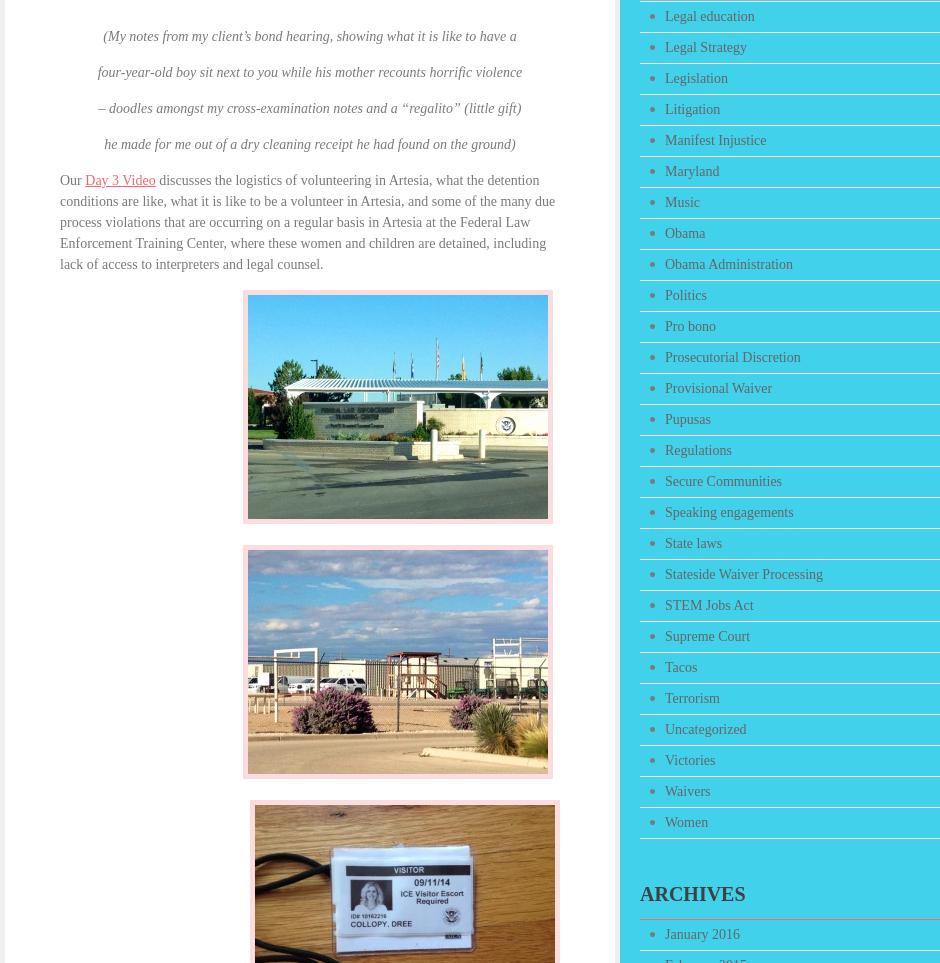  Describe the element at coordinates (306, 222) in the screenshot. I see `'discusses the logistics of volunteering in Artesia, what the detention conditions are like, what it is like to be a volunteer in Artesia, and some of the many due process violations that are occurring on a regular basis in Artesia at the Federal Law Enforcement Training Center, where these women and children are detained, including lack of access to interpreters and legal counsel.'` at that location.